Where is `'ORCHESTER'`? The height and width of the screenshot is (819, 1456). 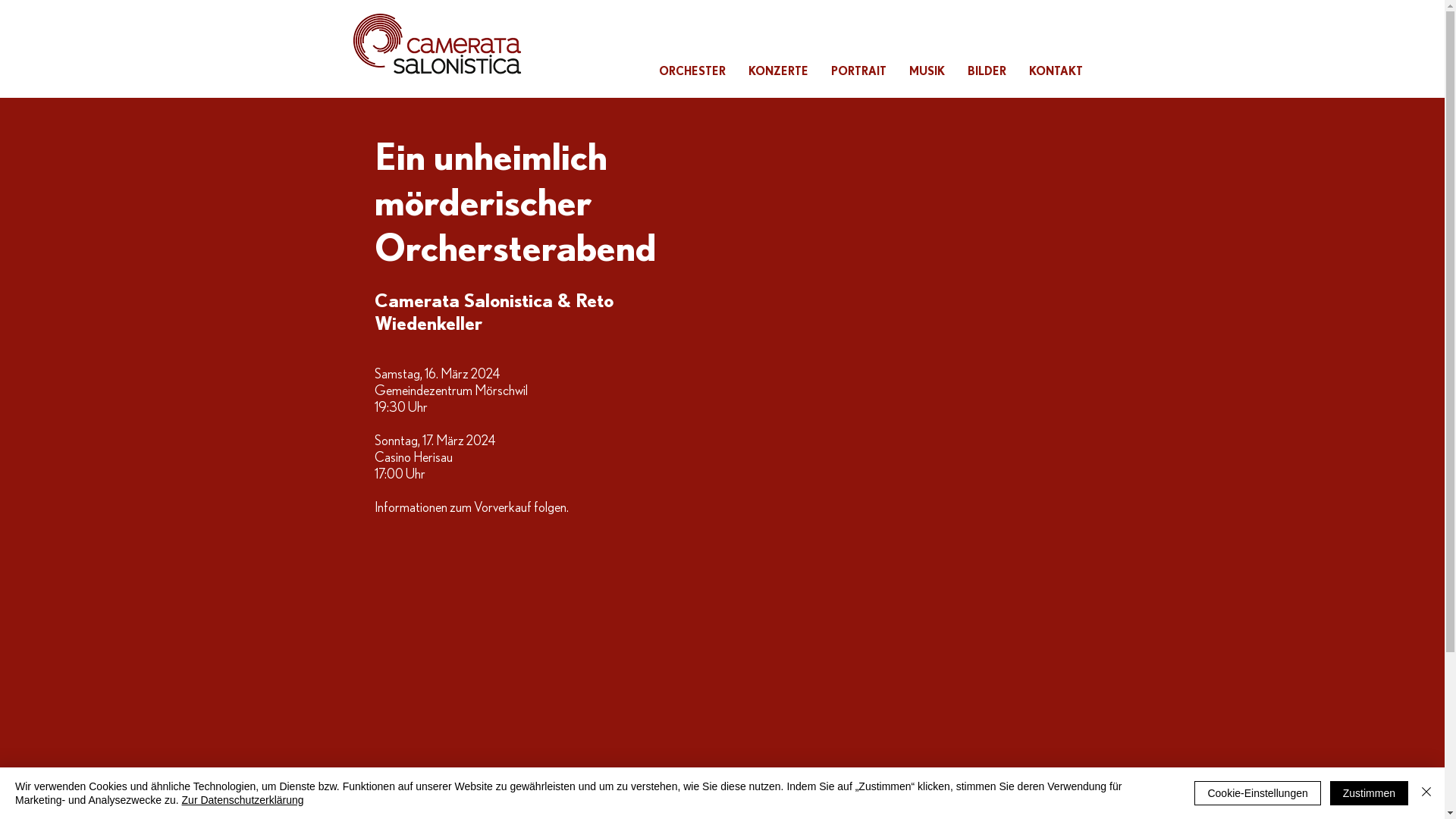
'ORCHESTER' is located at coordinates (691, 71).